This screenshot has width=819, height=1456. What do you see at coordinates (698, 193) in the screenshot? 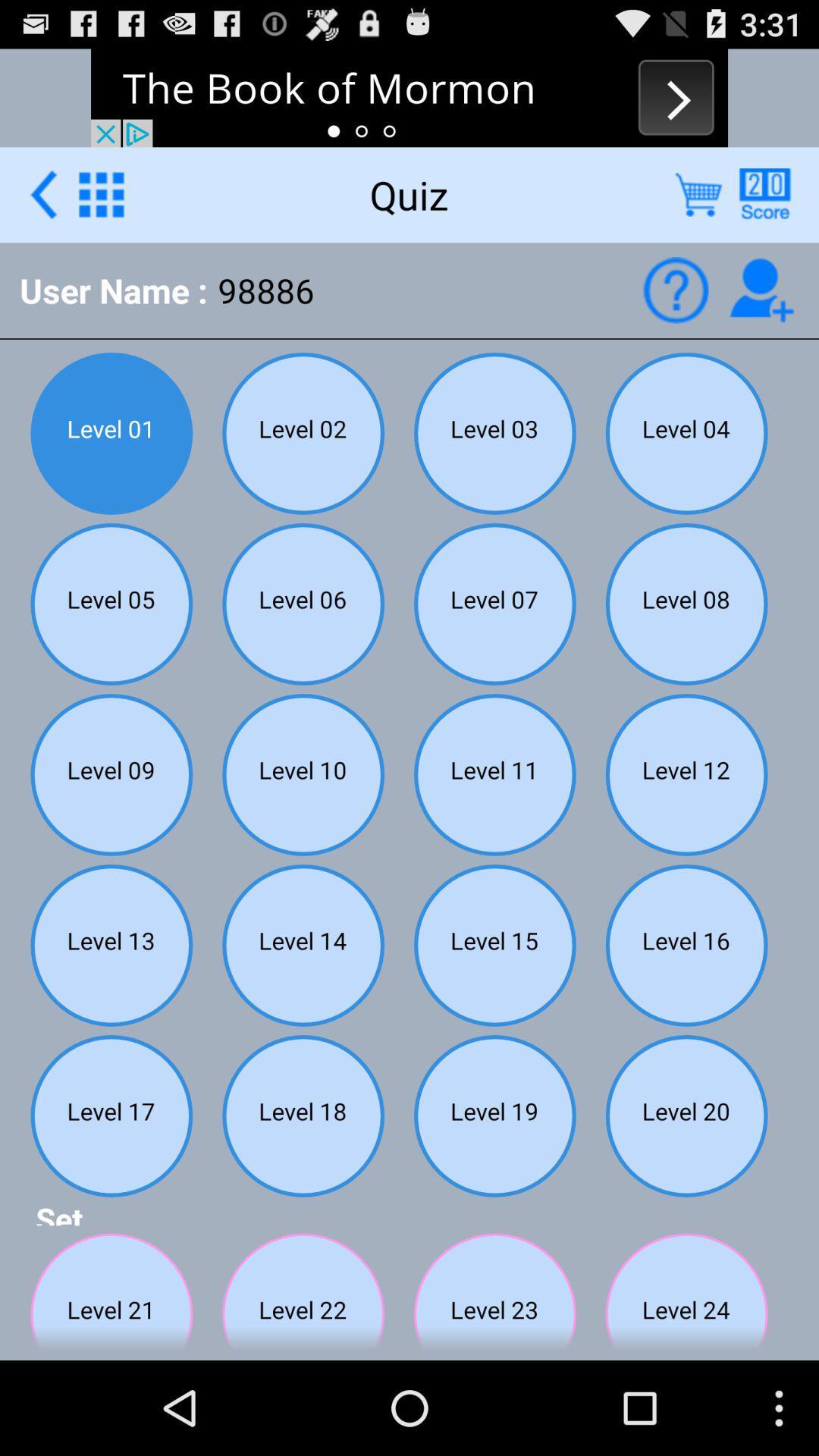
I see `shopping cart` at bounding box center [698, 193].